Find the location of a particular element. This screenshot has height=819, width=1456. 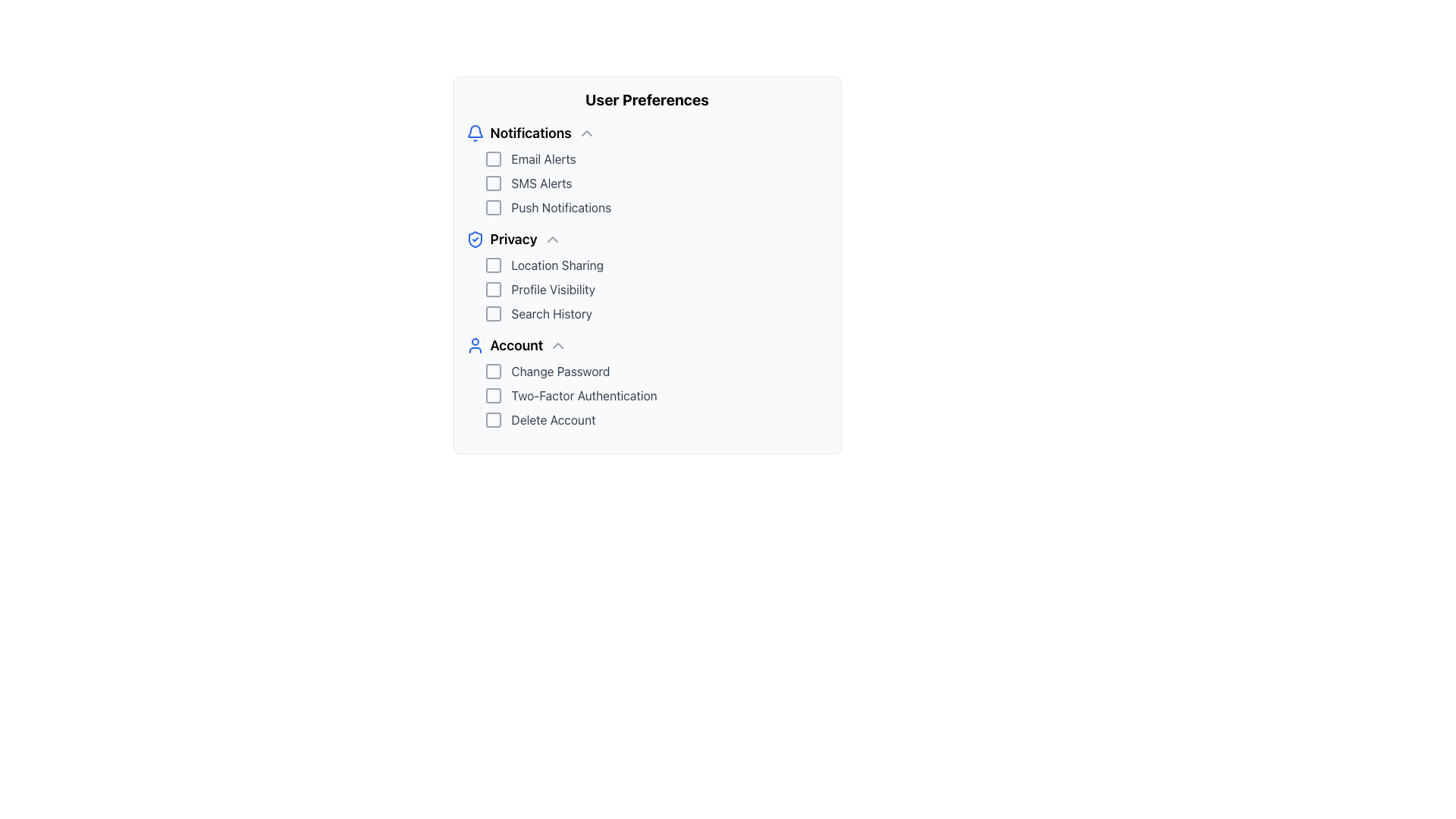

the square-shaped checkbox with a light gray outline in the 'Privacy' section labeled 'Profile Visibility' is located at coordinates (493, 289).